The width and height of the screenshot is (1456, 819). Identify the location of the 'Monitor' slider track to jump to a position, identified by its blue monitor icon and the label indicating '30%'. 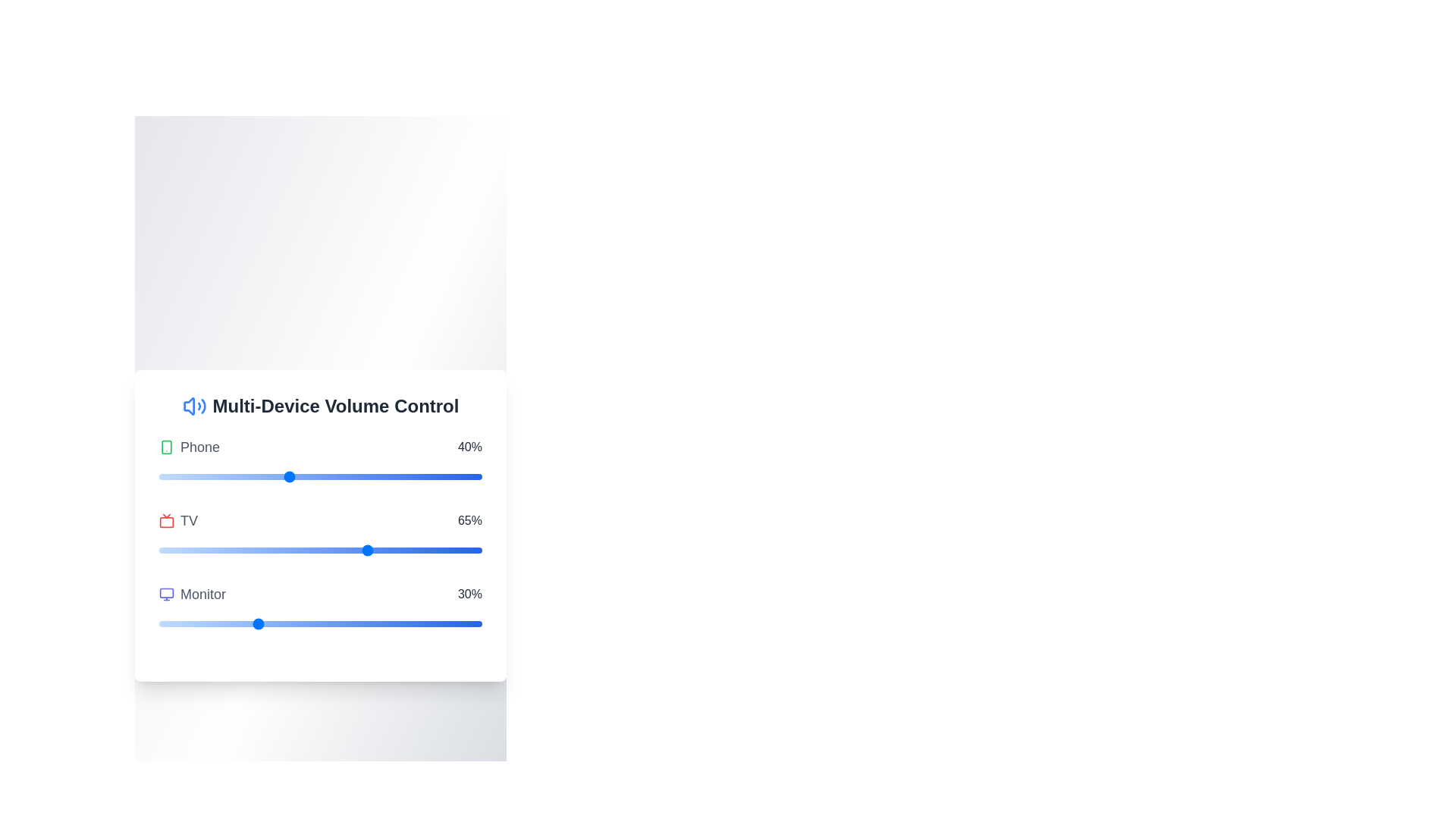
(319, 607).